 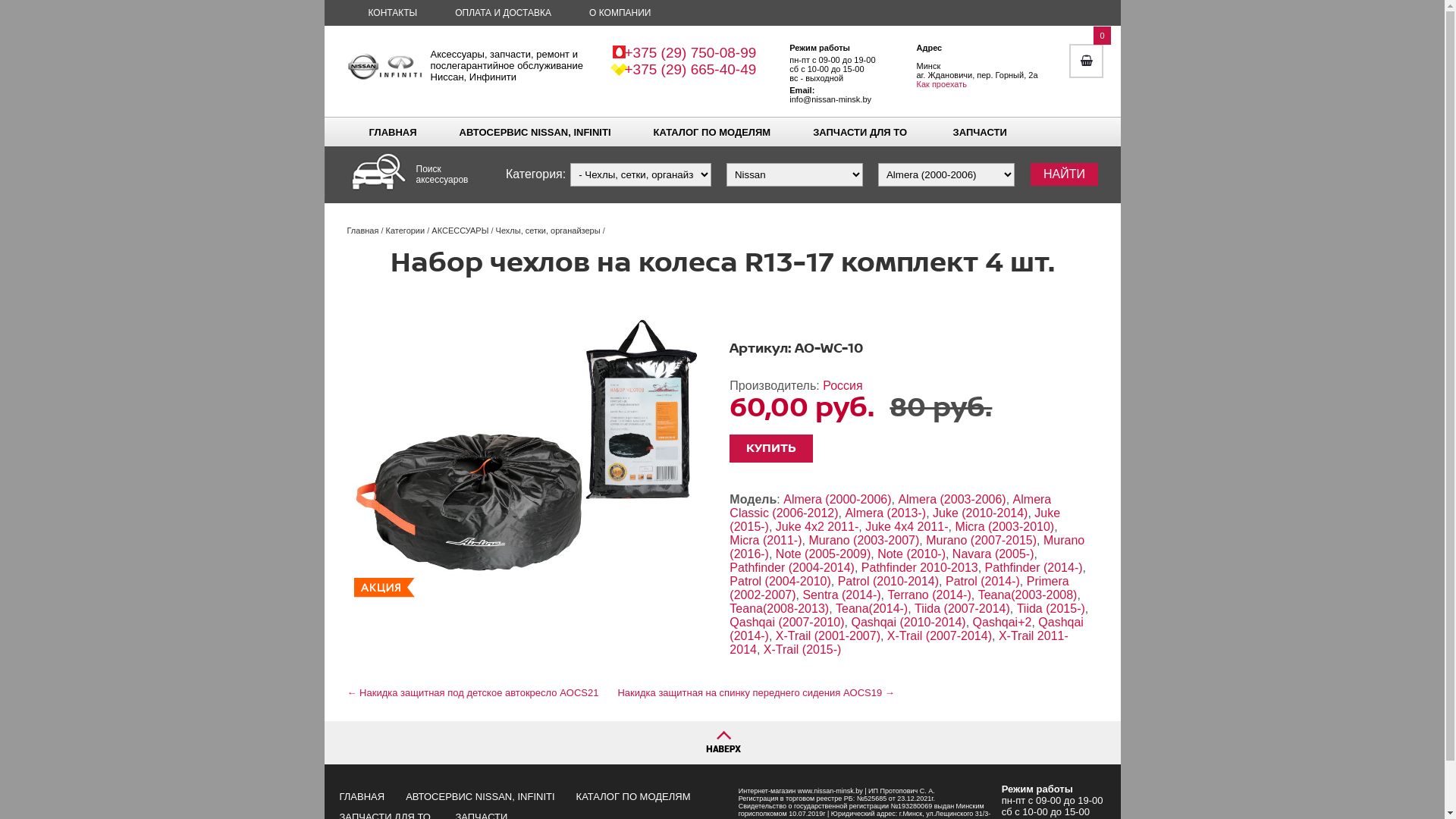 I want to click on 'Terrano (2014-)', so click(x=927, y=594).